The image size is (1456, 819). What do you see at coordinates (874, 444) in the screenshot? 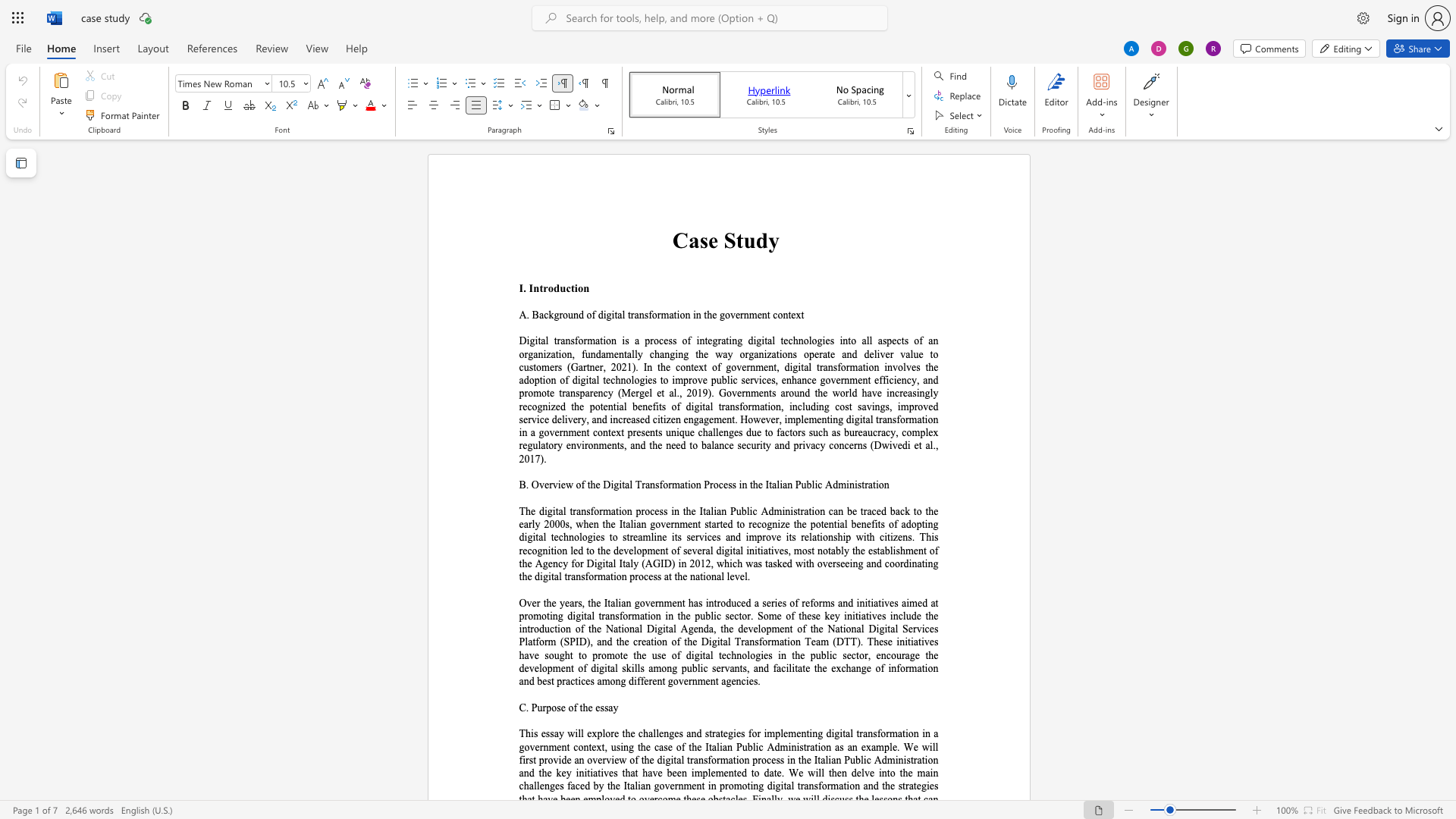
I see `the space between the continuous character "(" and "D" in the text` at bounding box center [874, 444].